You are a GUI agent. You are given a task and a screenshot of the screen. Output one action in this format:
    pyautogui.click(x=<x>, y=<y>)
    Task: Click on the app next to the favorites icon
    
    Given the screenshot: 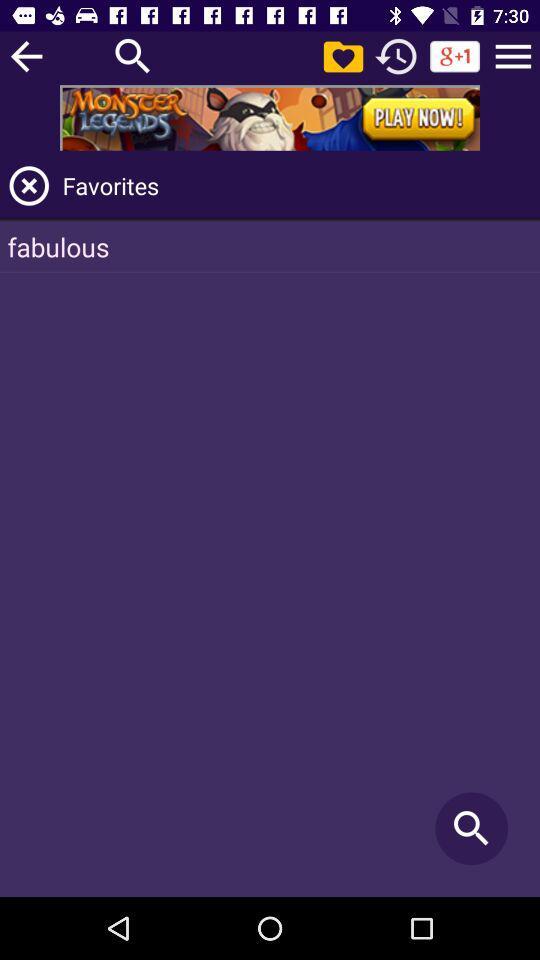 What is the action you would take?
    pyautogui.click(x=28, y=186)
    